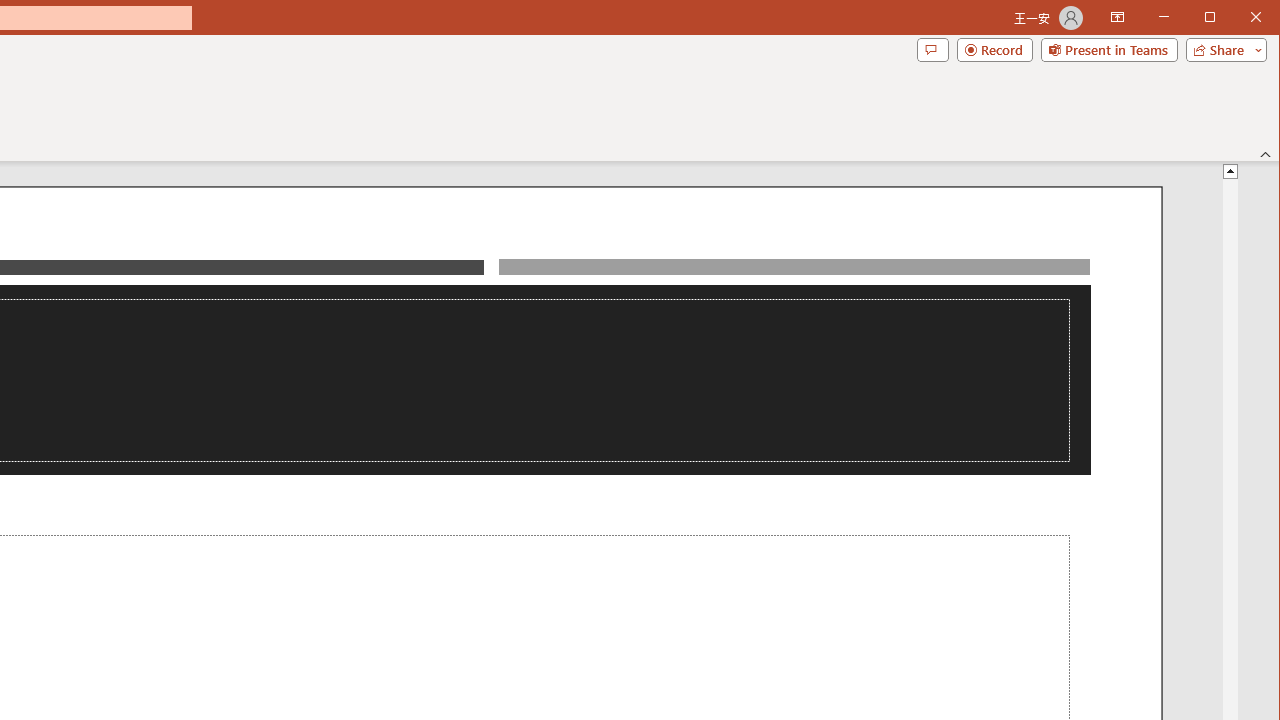  I want to click on 'Maximize', so click(1238, 19).